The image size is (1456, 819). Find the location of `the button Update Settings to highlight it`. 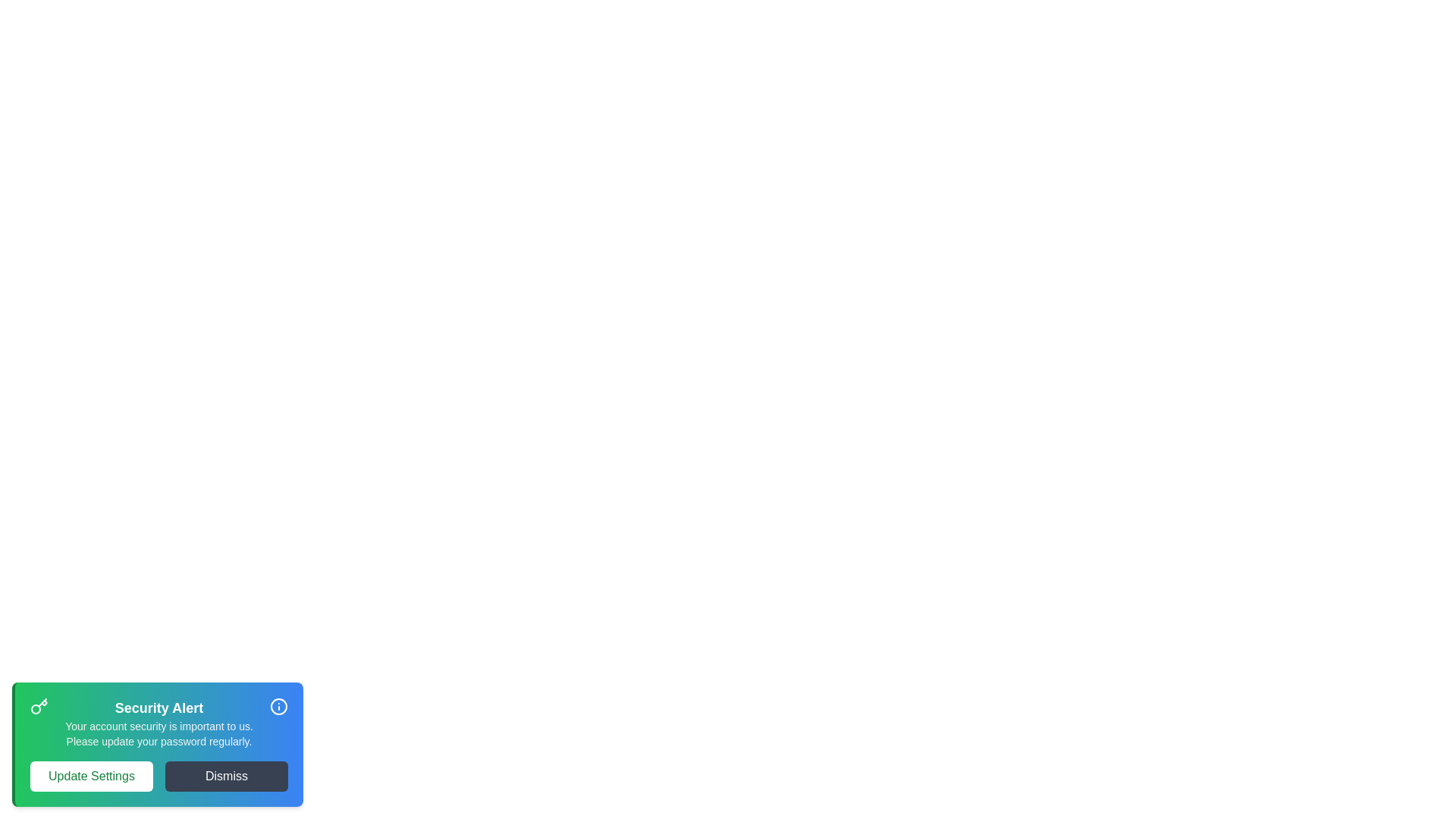

the button Update Settings to highlight it is located at coordinates (90, 776).